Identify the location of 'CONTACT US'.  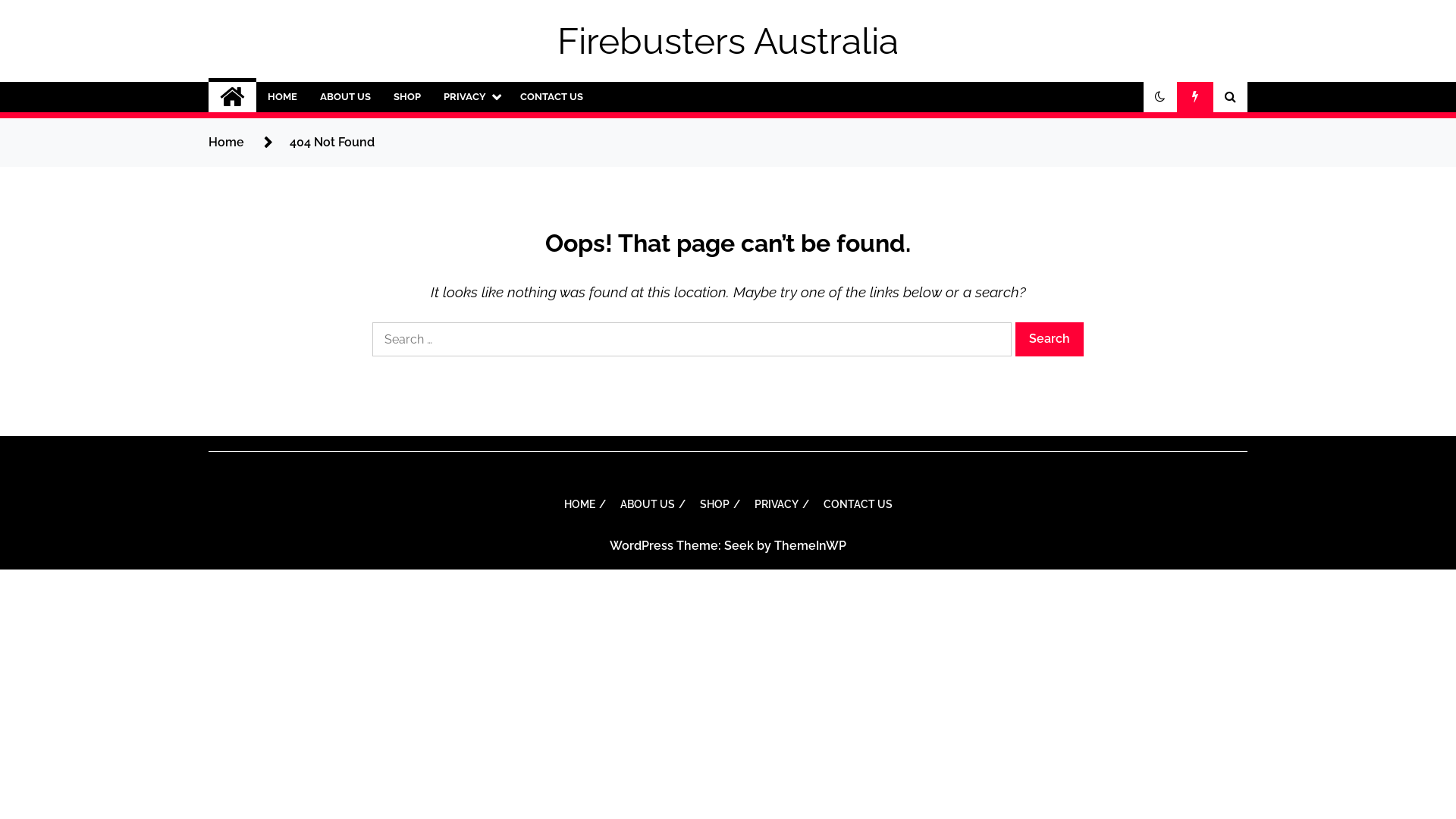
(551, 96).